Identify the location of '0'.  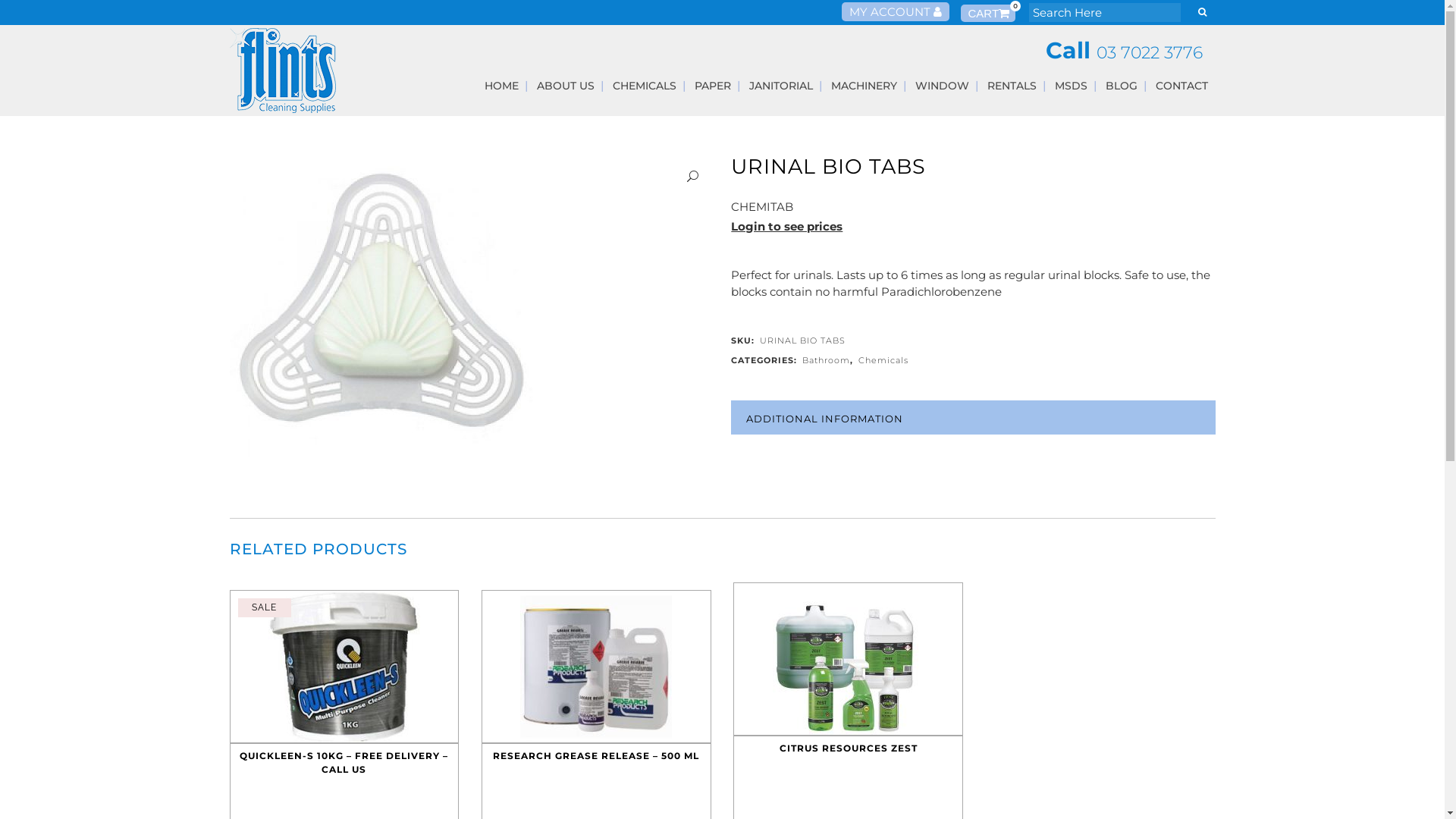
(959, 13).